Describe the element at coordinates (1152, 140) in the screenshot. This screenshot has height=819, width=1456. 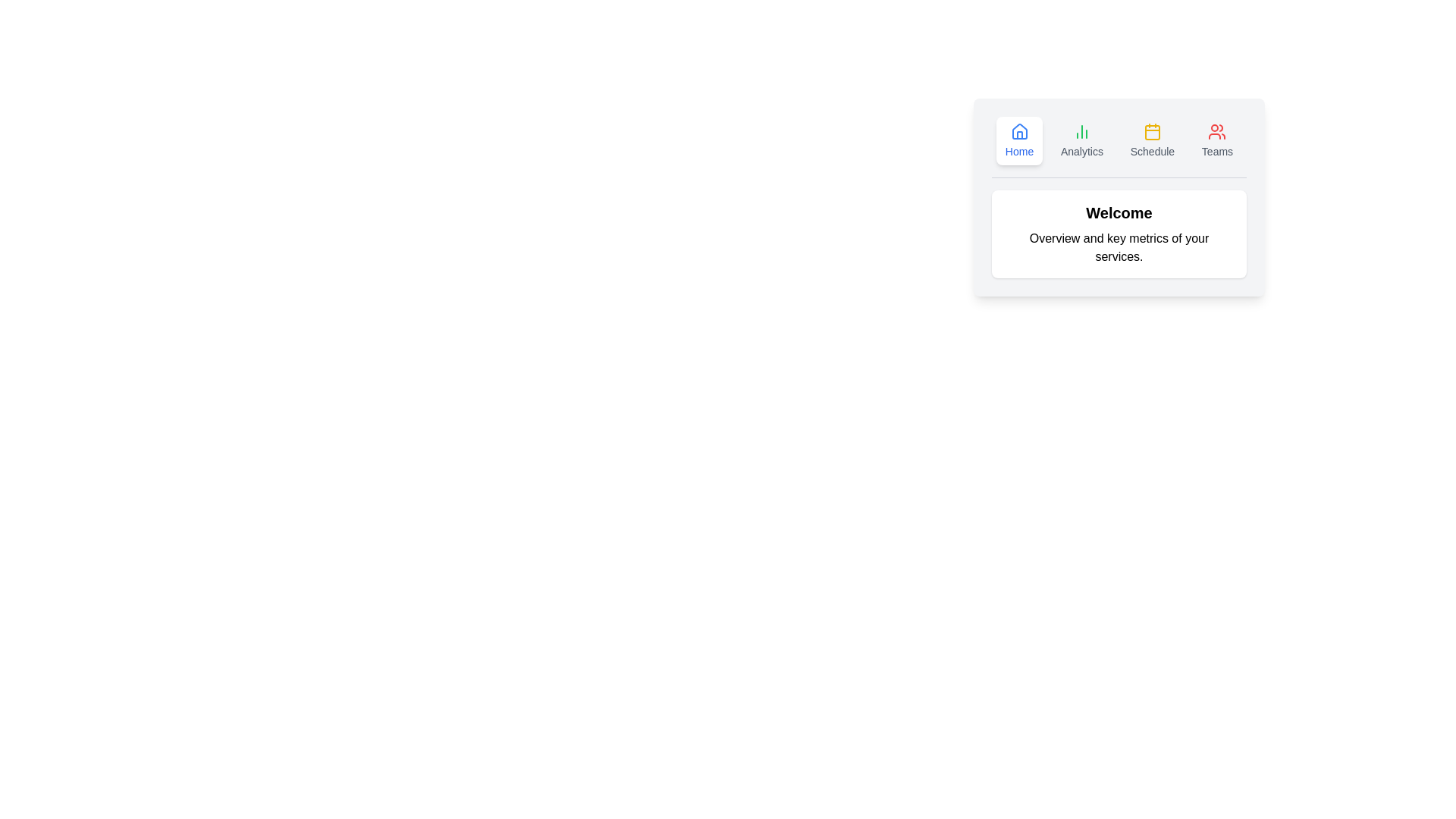
I see `the 'Schedule' button in the navigation bar, which features a calendar icon in bright yellow and the text 'Schedule' beneath it, to trigger the hover effect` at that location.